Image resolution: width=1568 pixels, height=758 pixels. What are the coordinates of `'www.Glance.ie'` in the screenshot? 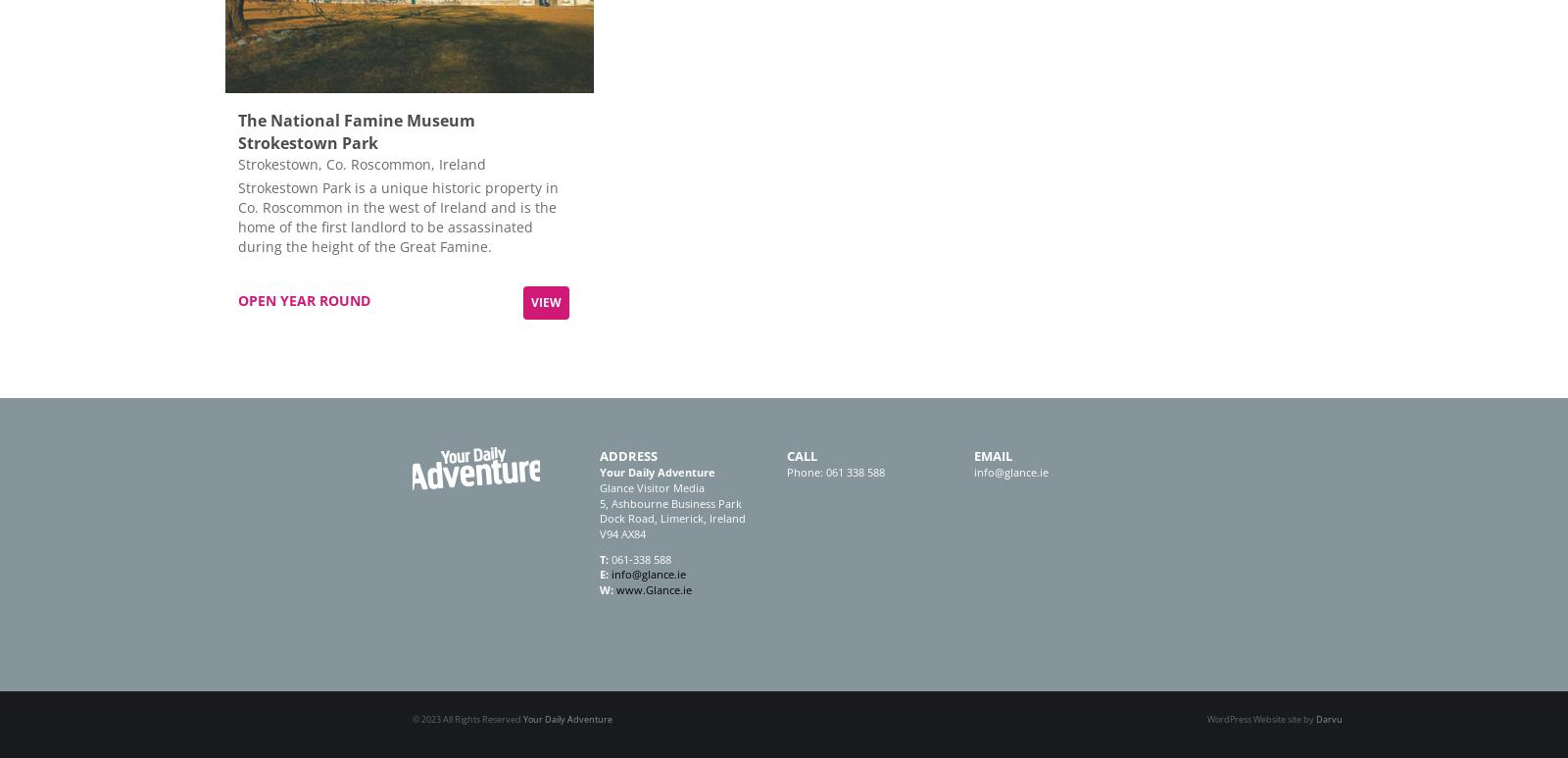 It's located at (615, 588).